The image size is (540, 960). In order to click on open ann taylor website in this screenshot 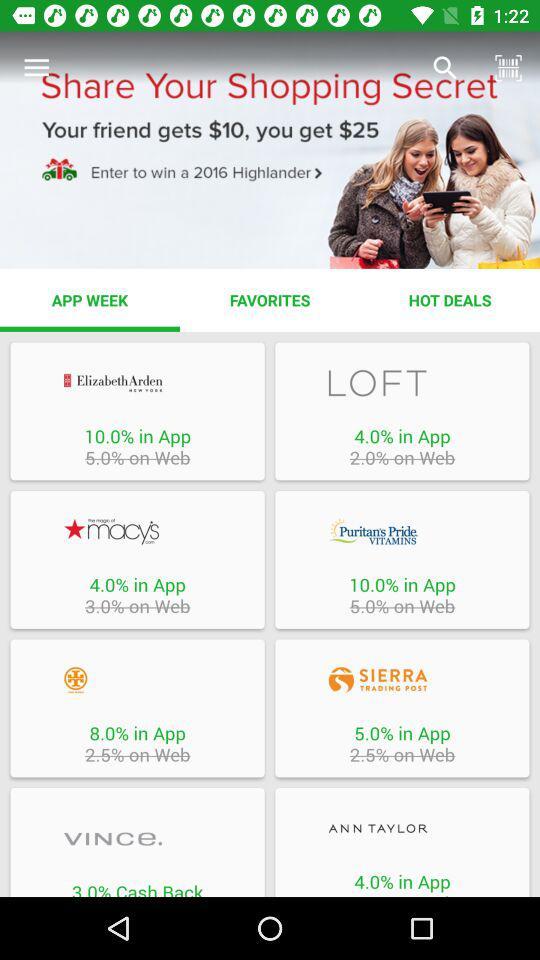, I will do `click(402, 828)`.